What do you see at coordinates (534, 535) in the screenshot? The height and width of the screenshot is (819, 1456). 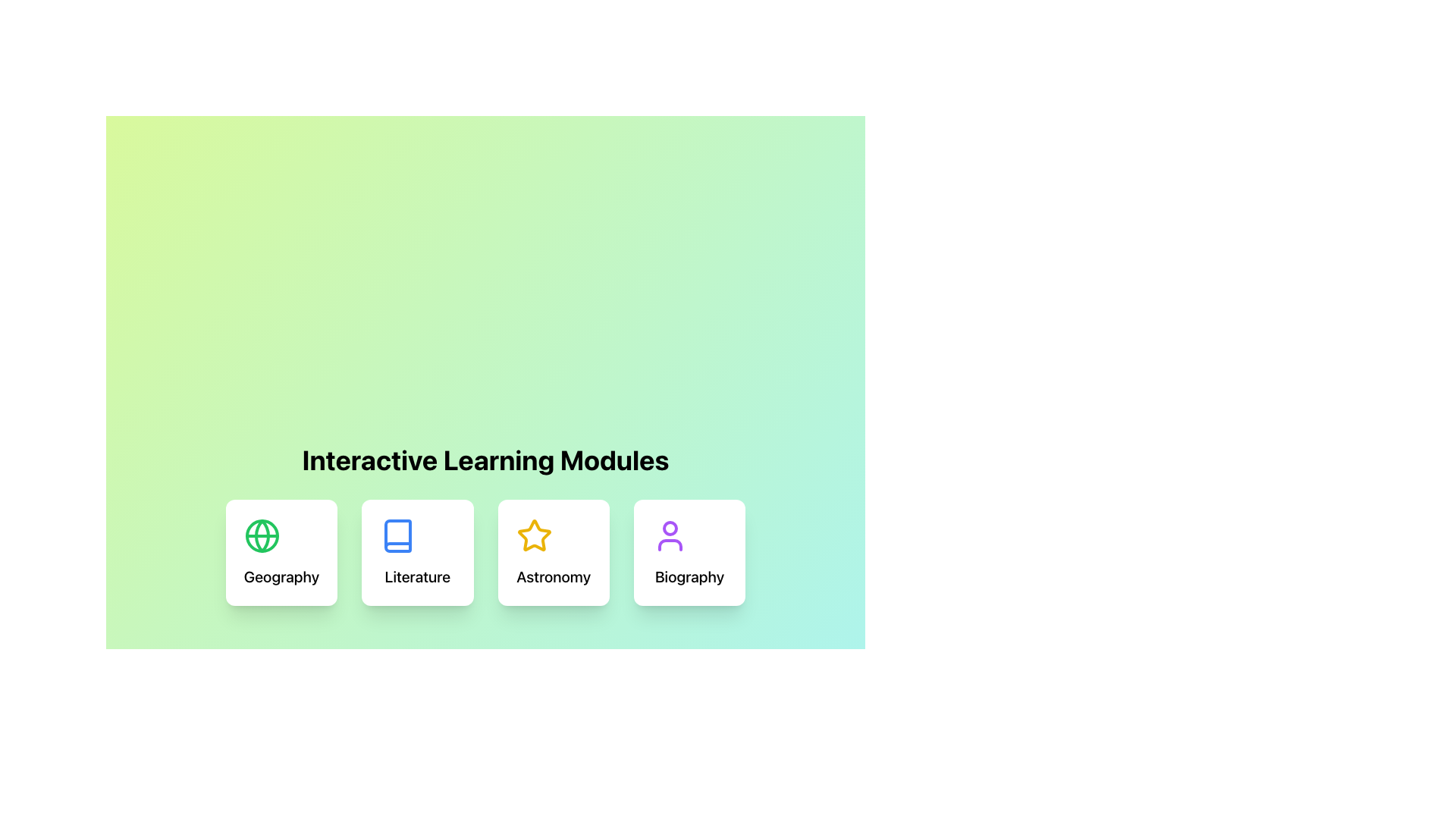 I see `the stylized star-shaped icon with a yellow stroke that is part of the Astronomy module, positioned third among four options in the interactive learning modules` at bounding box center [534, 535].